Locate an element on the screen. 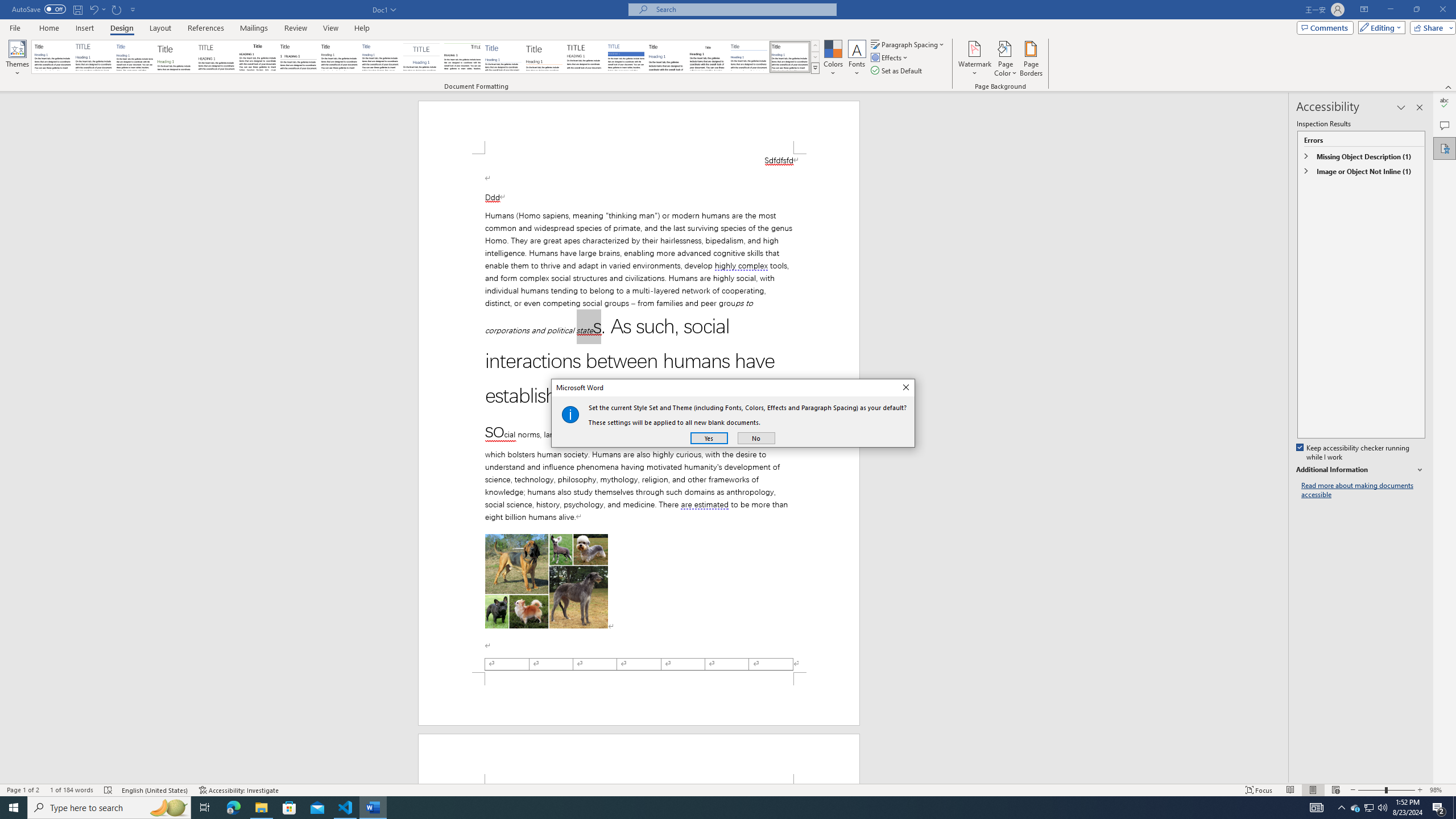 The image size is (1456, 819). 'Minimalist' is located at coordinates (585, 56).